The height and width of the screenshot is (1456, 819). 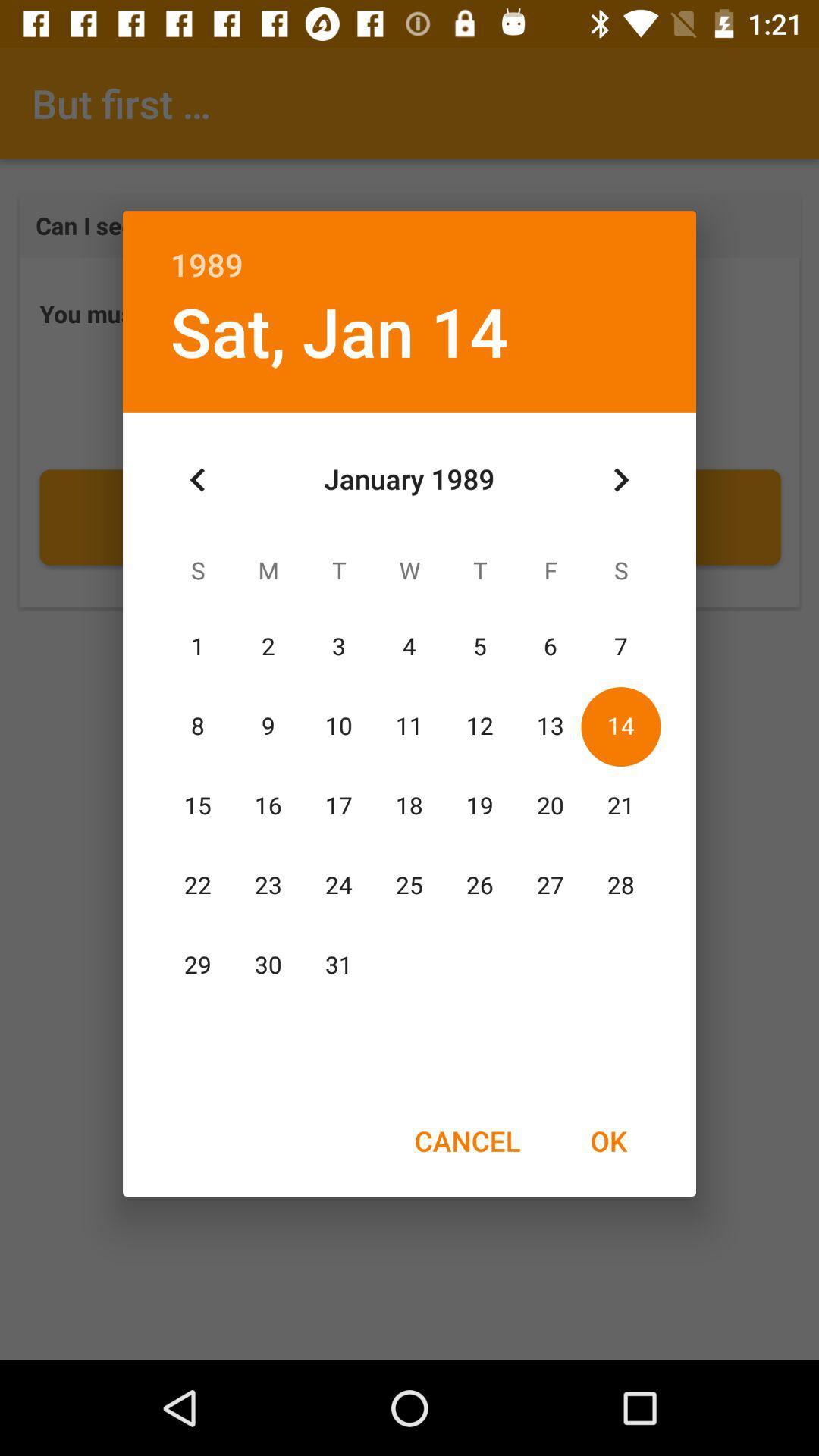 I want to click on item below 1989 item, so click(x=620, y=479).